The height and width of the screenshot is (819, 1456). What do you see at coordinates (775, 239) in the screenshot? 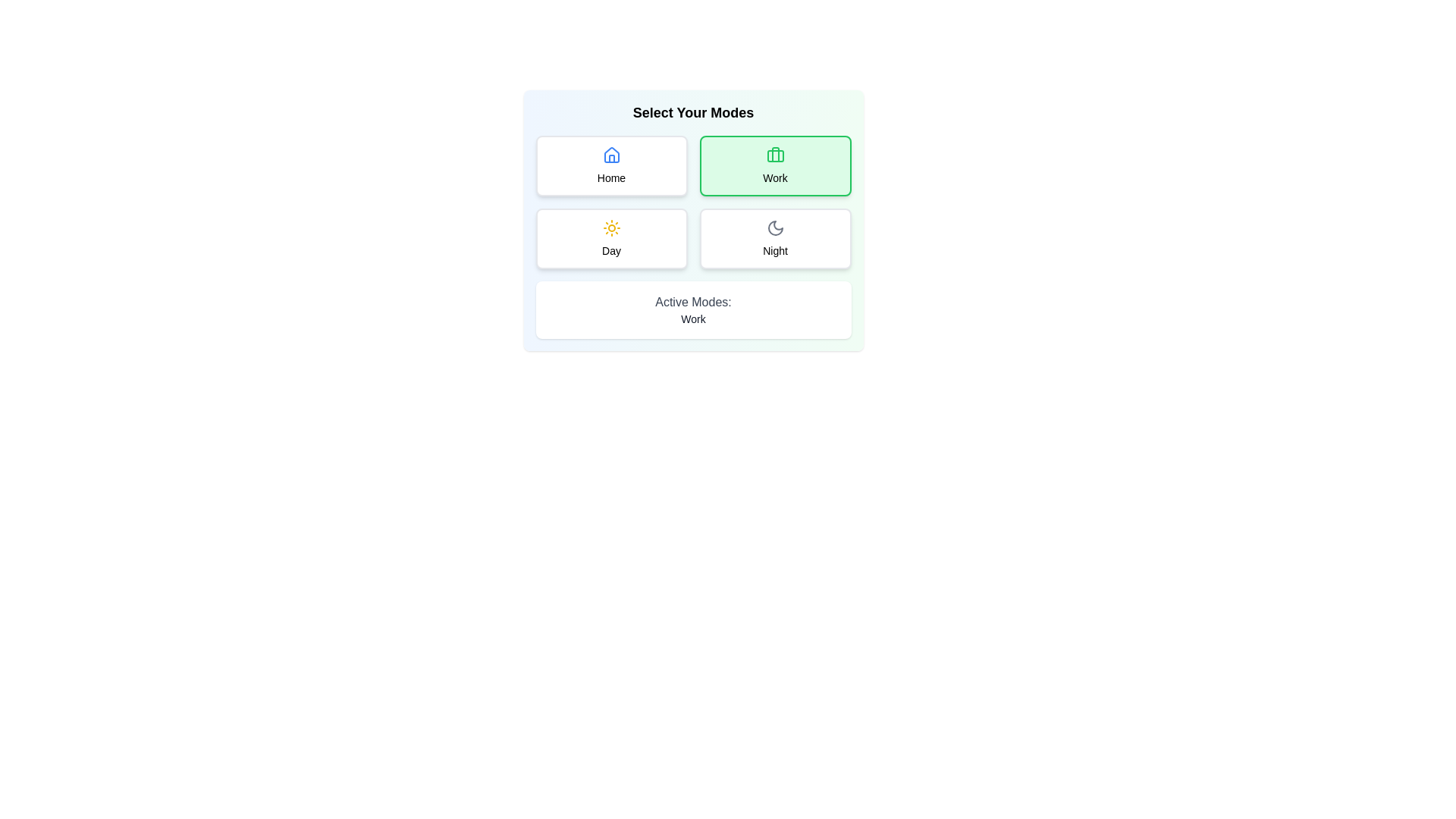
I see `the mode Night by clicking its corresponding button` at bounding box center [775, 239].